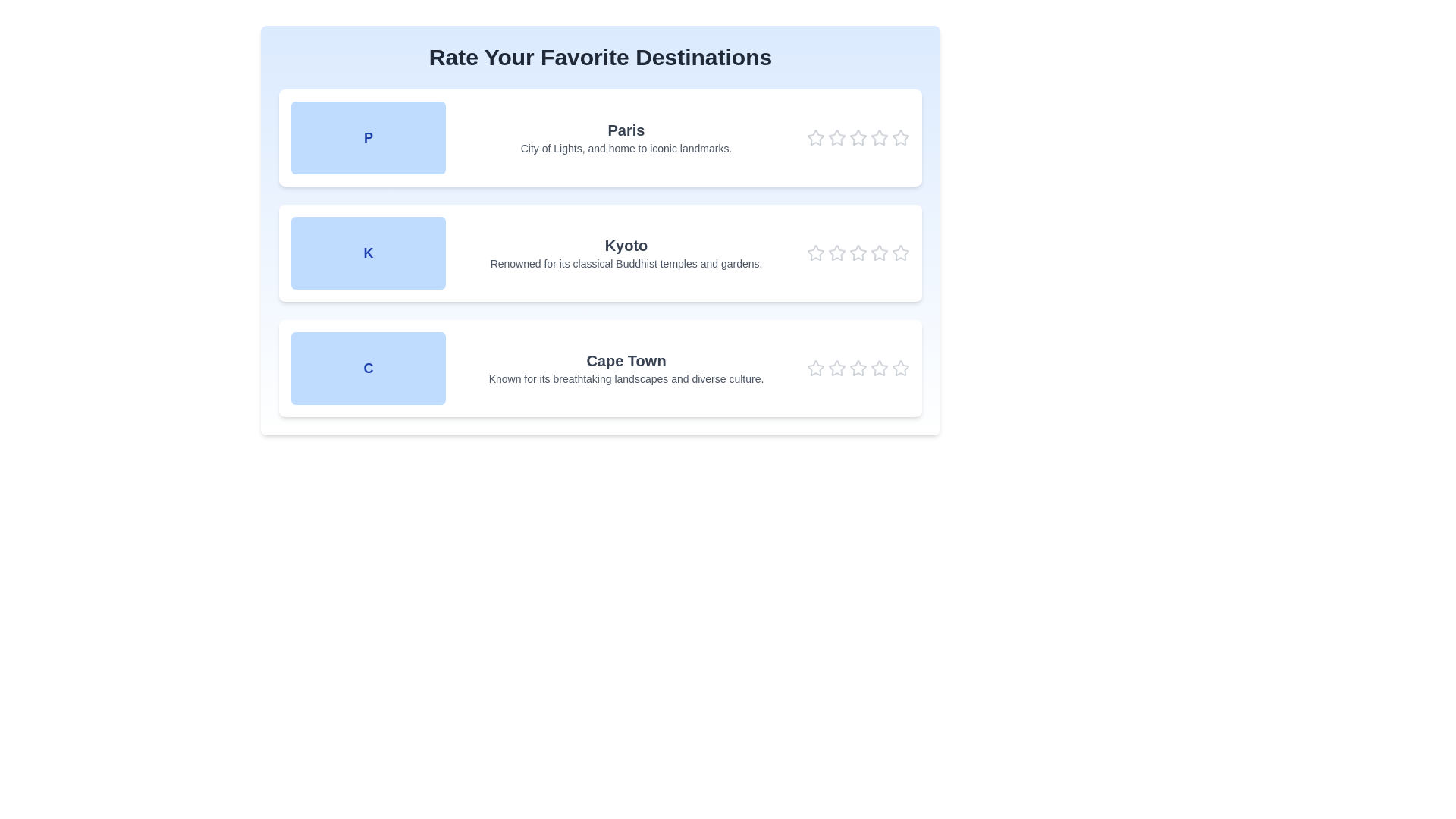 This screenshot has width=1456, height=819. What do you see at coordinates (880, 252) in the screenshot?
I see `the fourth star icon in the rating section for 'Kyoto', which is styled with a gray color and outlined design` at bounding box center [880, 252].